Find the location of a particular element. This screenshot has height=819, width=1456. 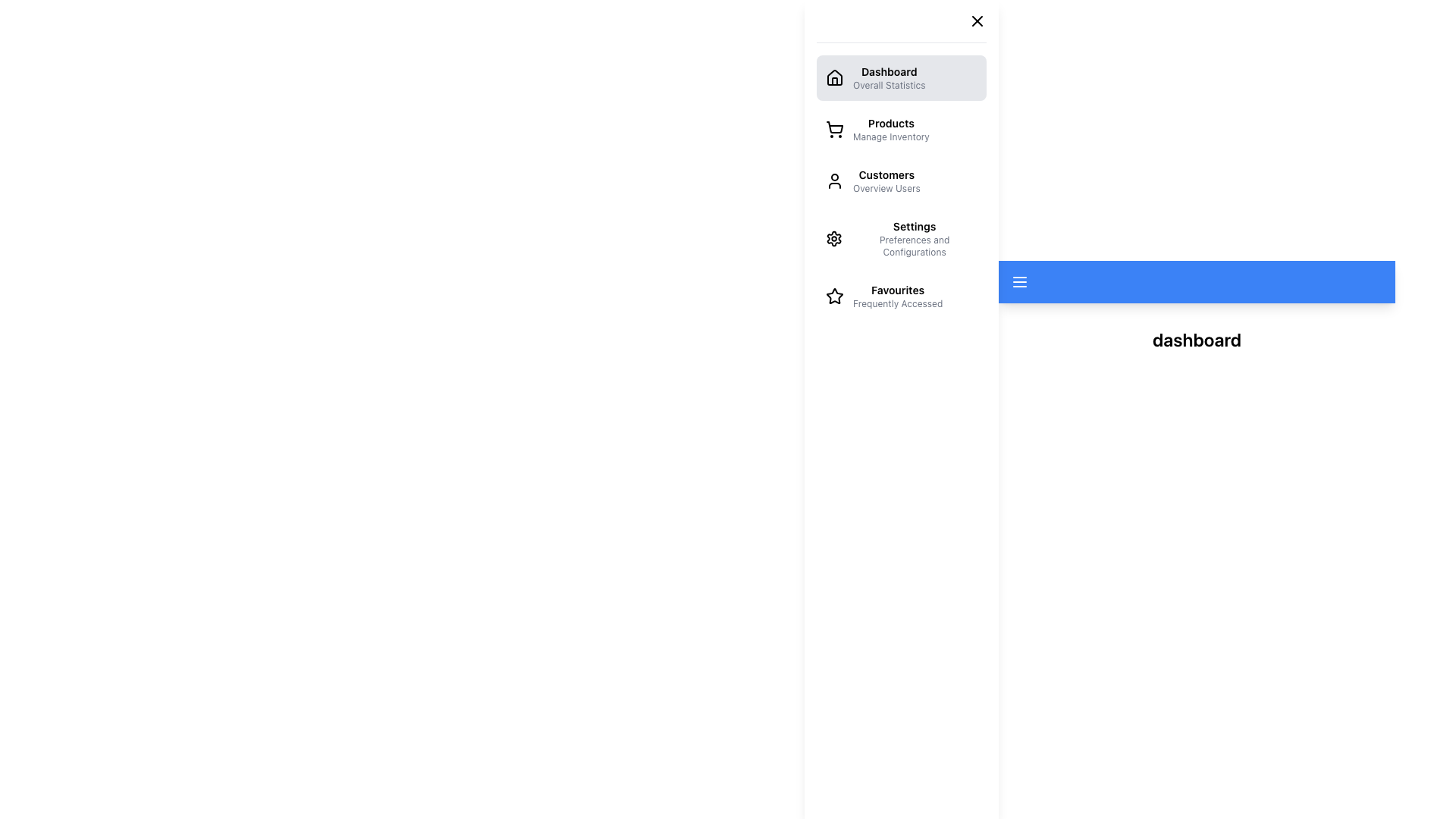

the shopping cart icon located in the navigation menu is located at coordinates (834, 127).